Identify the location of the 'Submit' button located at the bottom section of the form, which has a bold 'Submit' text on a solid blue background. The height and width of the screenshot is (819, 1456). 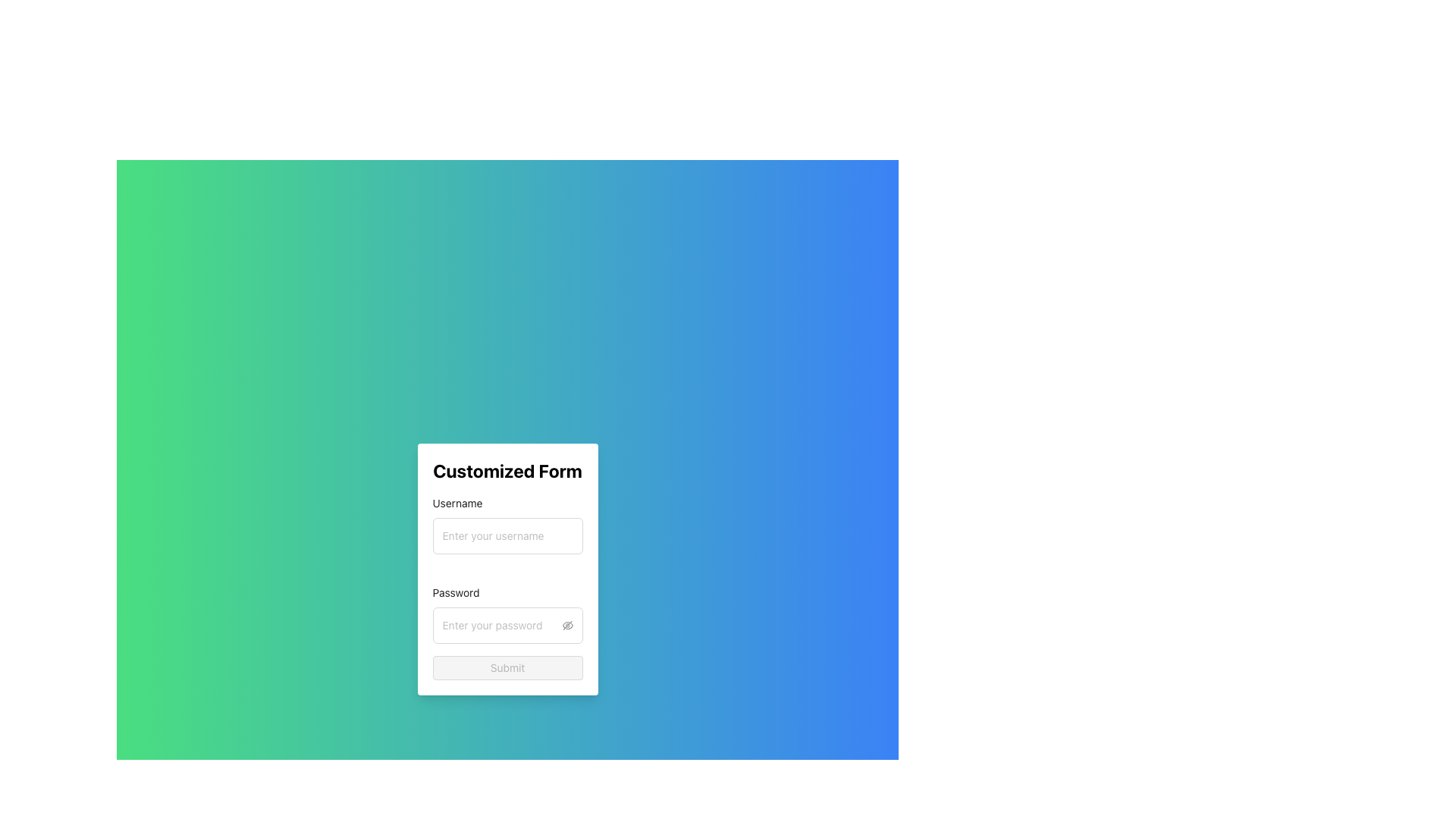
(507, 667).